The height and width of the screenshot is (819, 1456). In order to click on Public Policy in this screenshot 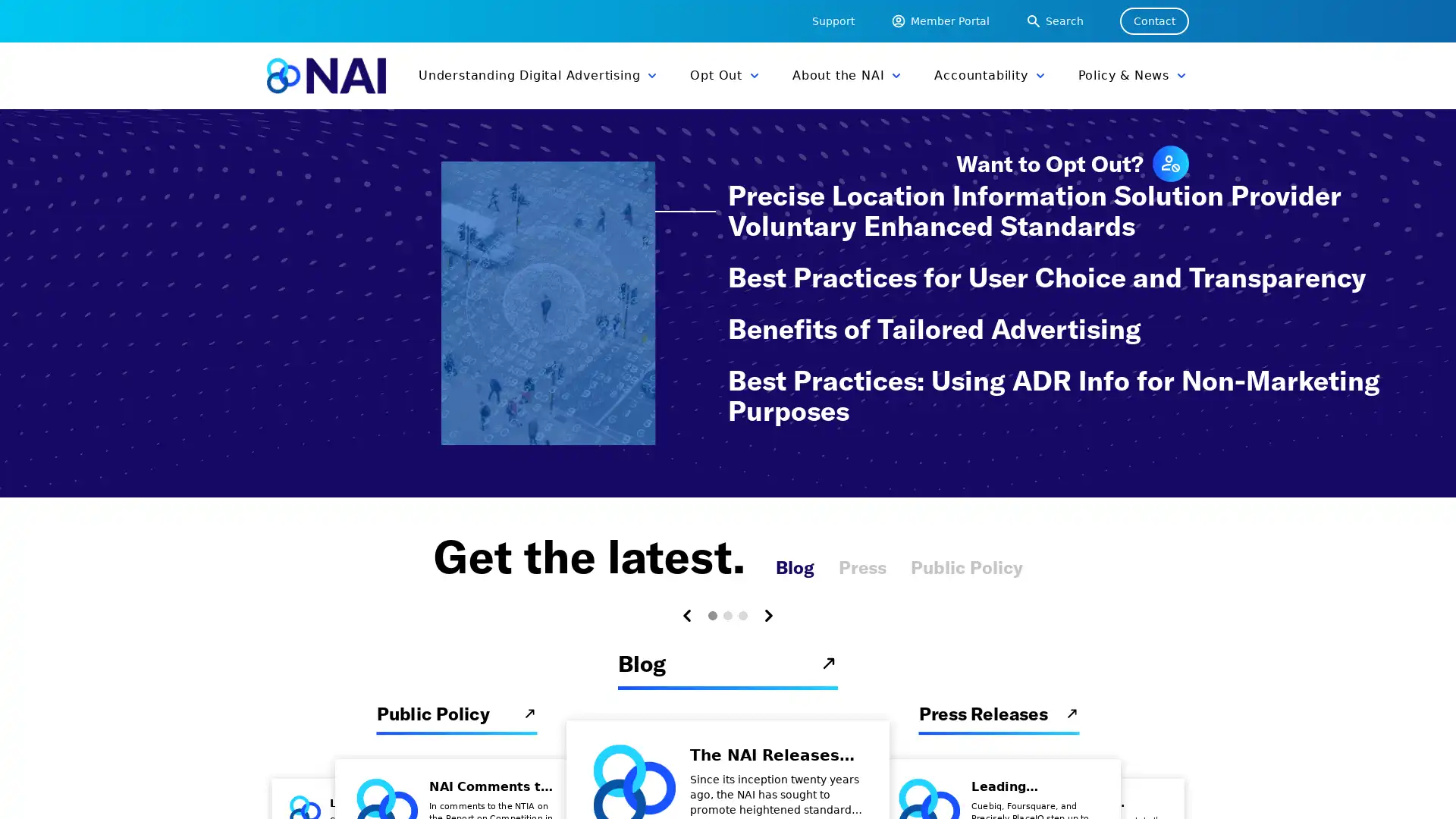, I will do `click(965, 567)`.